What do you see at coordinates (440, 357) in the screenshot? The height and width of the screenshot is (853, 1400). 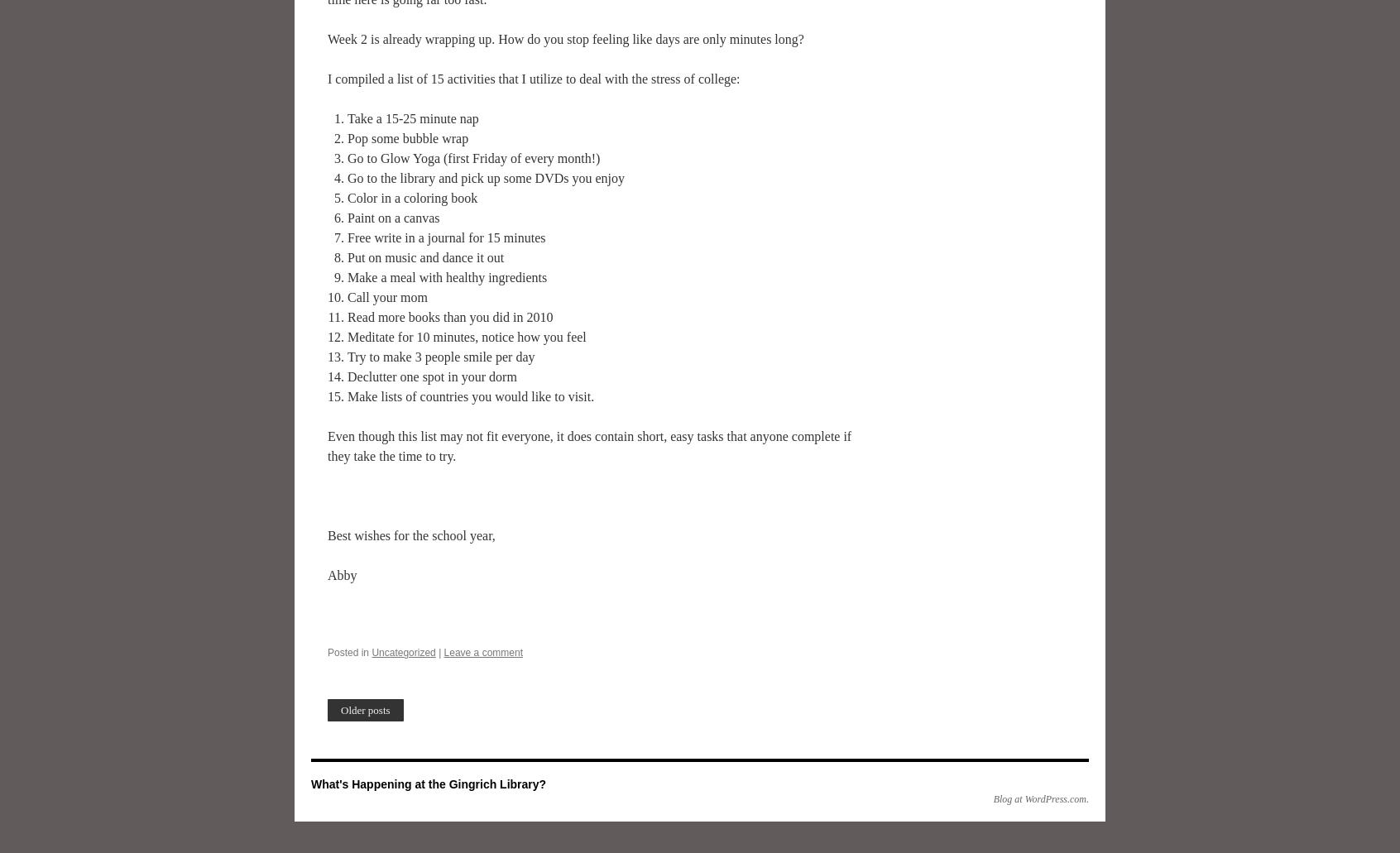 I see `'Try to make 3 people smile per day'` at bounding box center [440, 357].